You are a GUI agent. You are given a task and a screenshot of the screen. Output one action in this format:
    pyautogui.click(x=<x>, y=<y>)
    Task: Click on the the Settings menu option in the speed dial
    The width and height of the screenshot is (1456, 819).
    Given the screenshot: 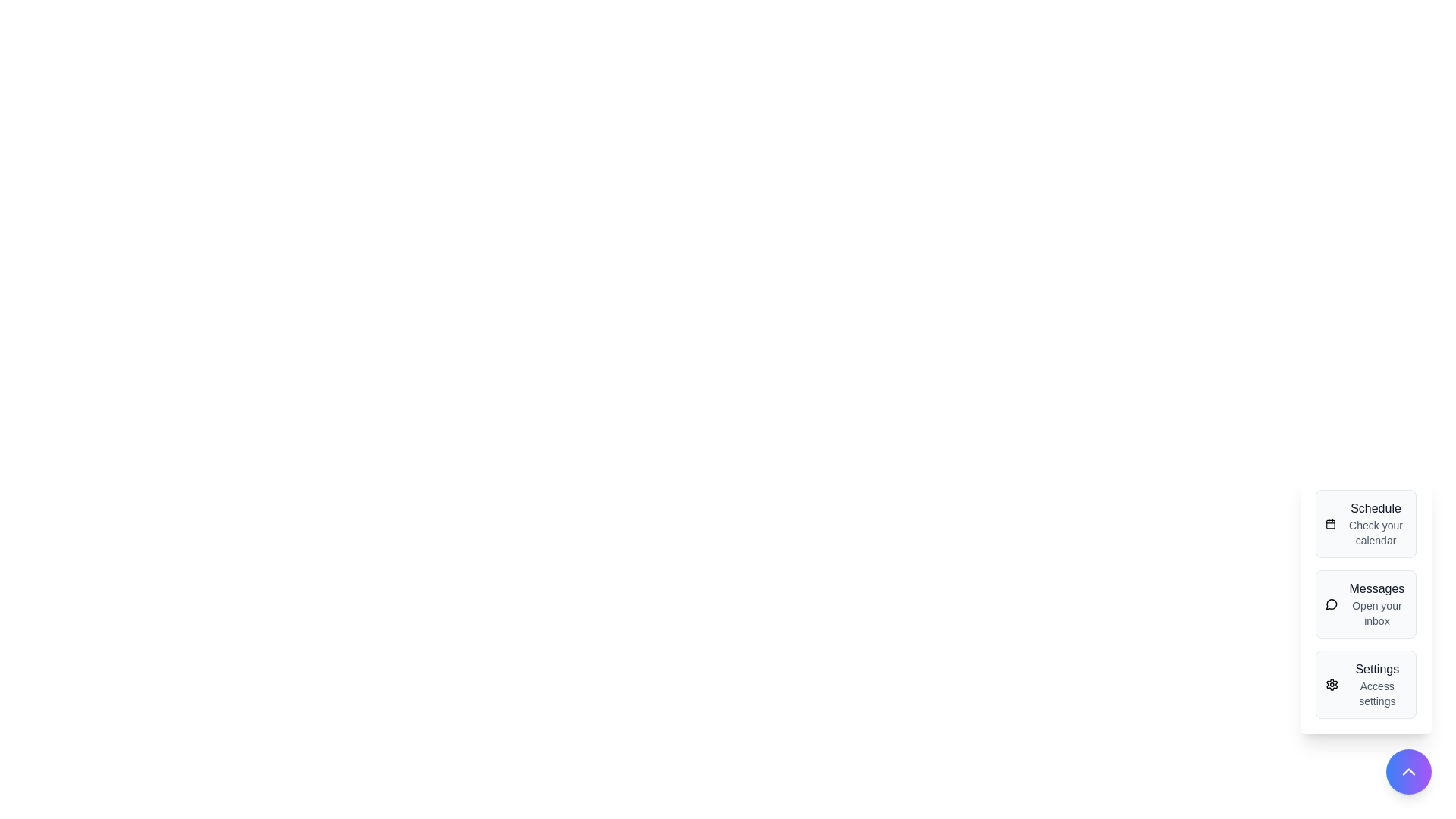 What is the action you would take?
    pyautogui.click(x=1366, y=684)
    